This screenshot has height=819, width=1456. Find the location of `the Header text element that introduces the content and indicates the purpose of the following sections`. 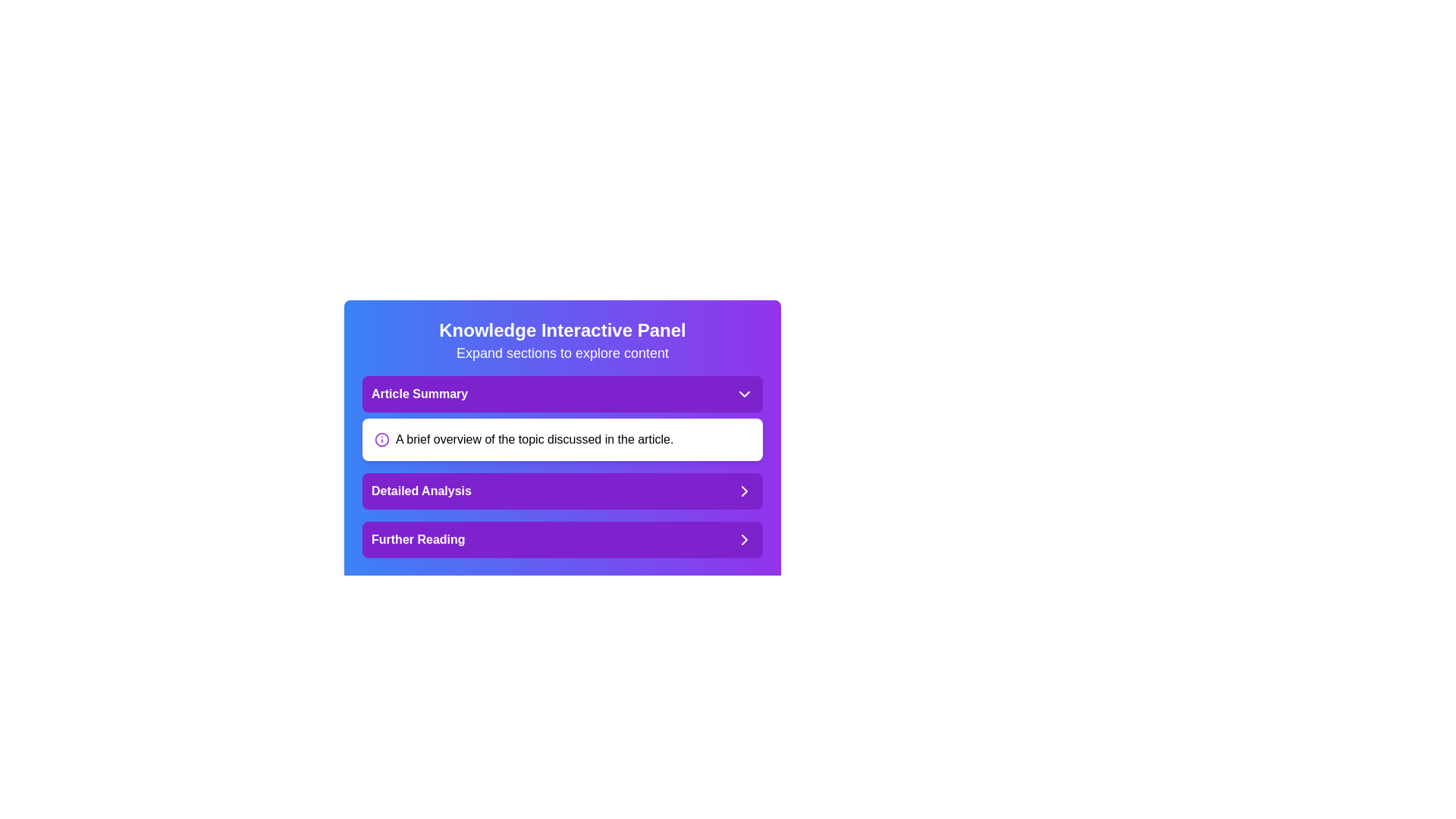

the Header text element that introduces the content and indicates the purpose of the following sections is located at coordinates (562, 341).